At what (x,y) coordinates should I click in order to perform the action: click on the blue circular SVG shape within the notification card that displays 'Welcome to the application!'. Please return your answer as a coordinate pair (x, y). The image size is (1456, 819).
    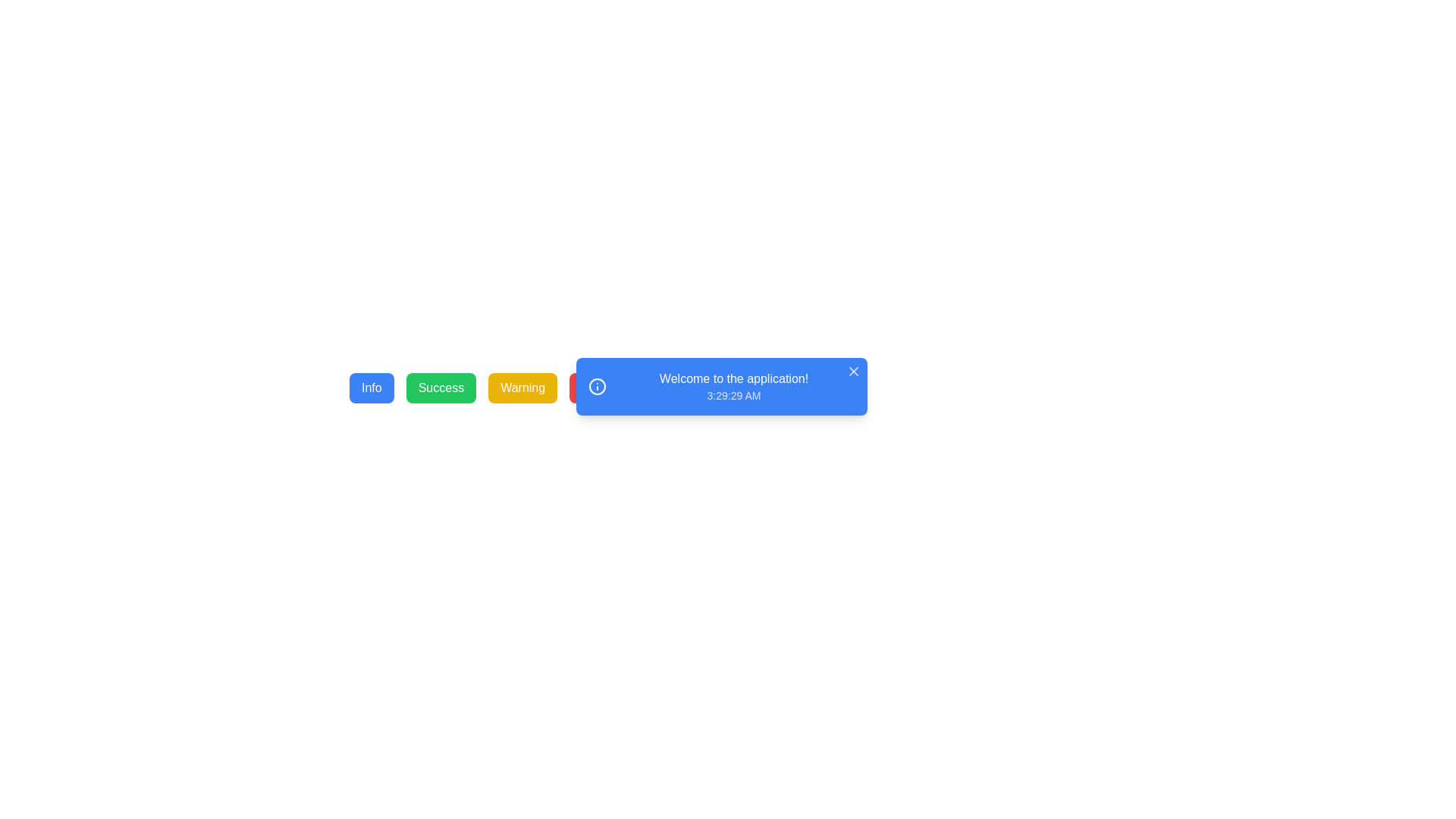
    Looking at the image, I should click on (596, 385).